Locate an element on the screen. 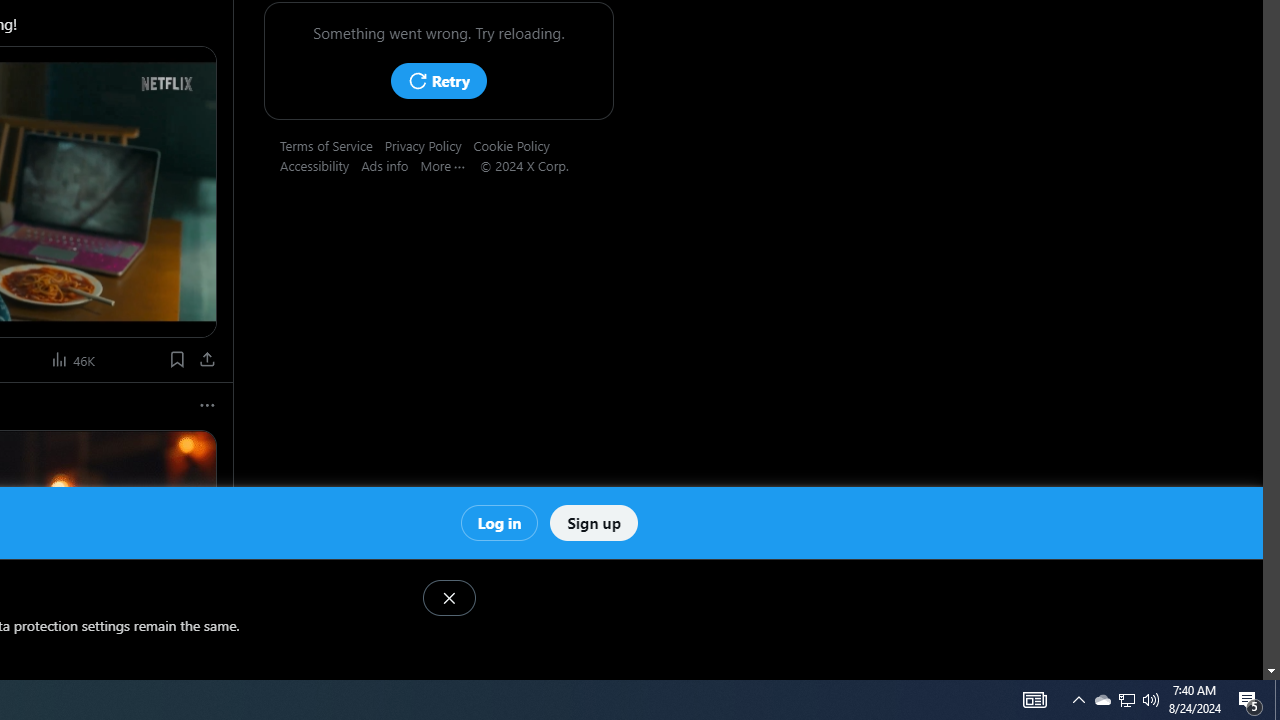 Image resolution: width=1280 pixels, height=720 pixels. 'Log in' is located at coordinates (499, 521).